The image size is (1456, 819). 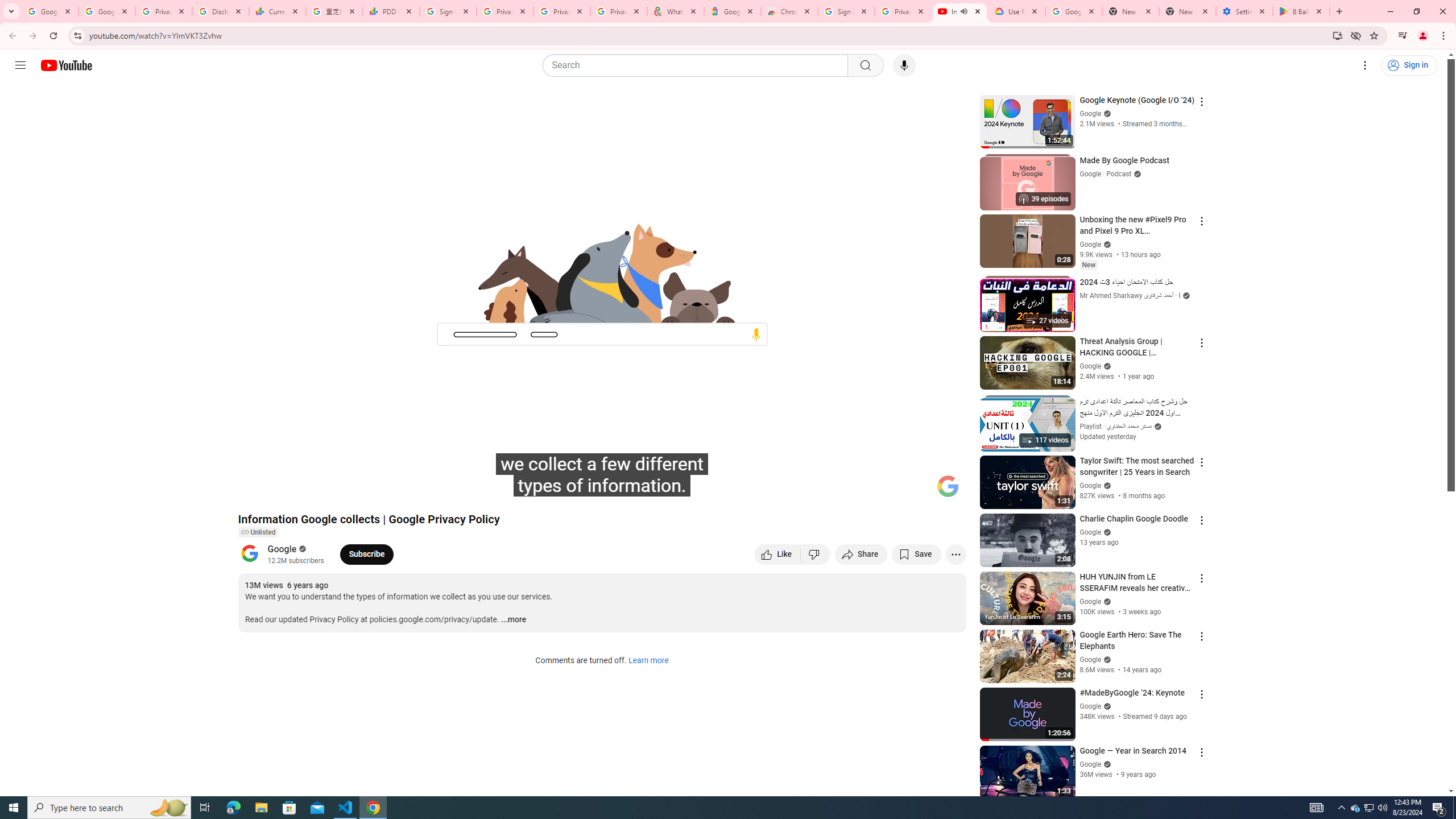 I want to click on 'Sign in - Google Accounts', so click(x=448, y=11).